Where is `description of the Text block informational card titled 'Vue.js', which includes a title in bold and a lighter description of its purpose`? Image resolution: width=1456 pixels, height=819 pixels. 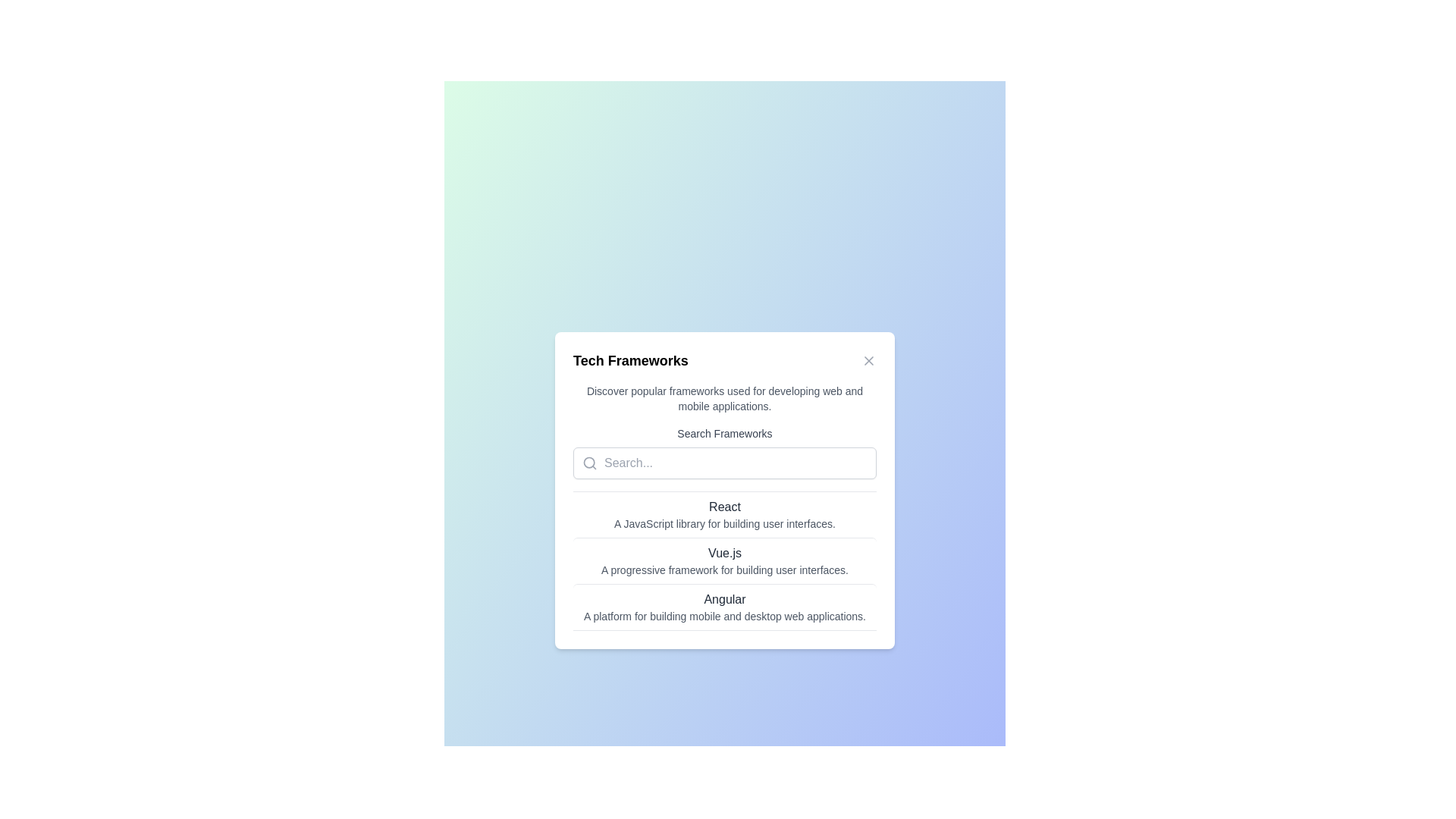 description of the Text block informational card titled 'Vue.js', which includes a title in bold and a lighter description of its purpose is located at coordinates (723, 560).